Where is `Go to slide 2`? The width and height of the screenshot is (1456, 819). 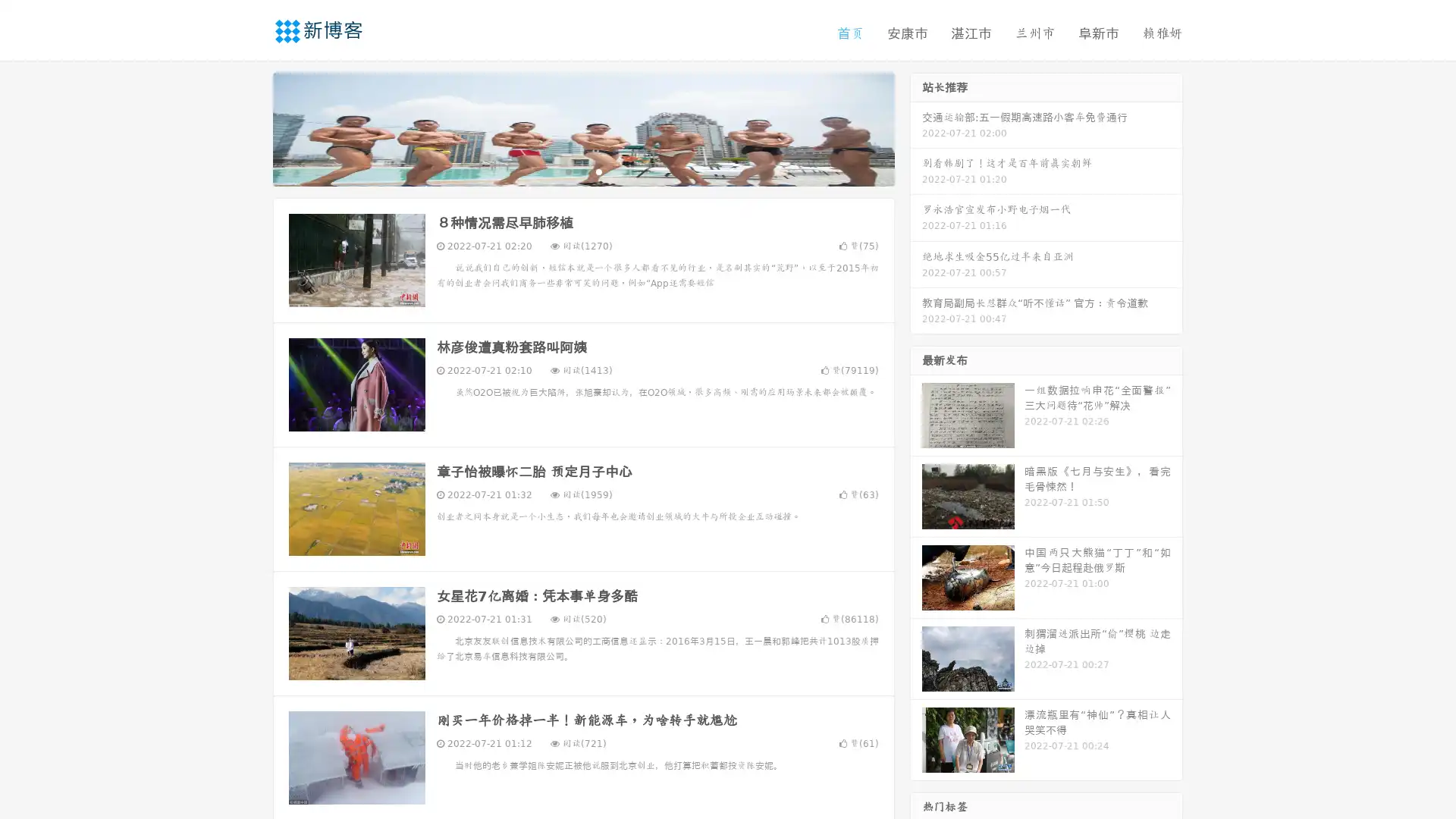 Go to slide 2 is located at coordinates (582, 171).